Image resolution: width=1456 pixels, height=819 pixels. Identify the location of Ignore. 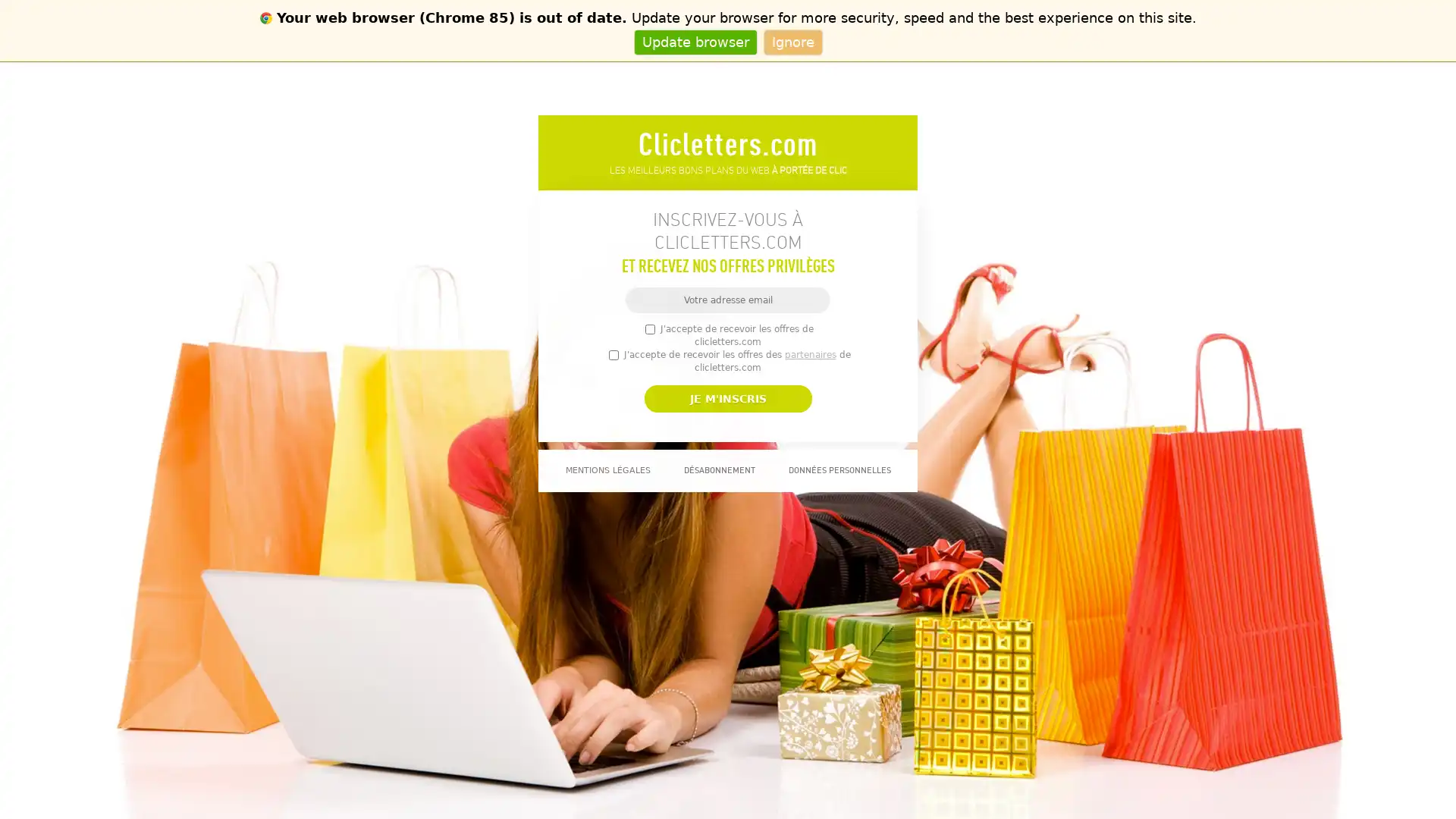
(792, 41).